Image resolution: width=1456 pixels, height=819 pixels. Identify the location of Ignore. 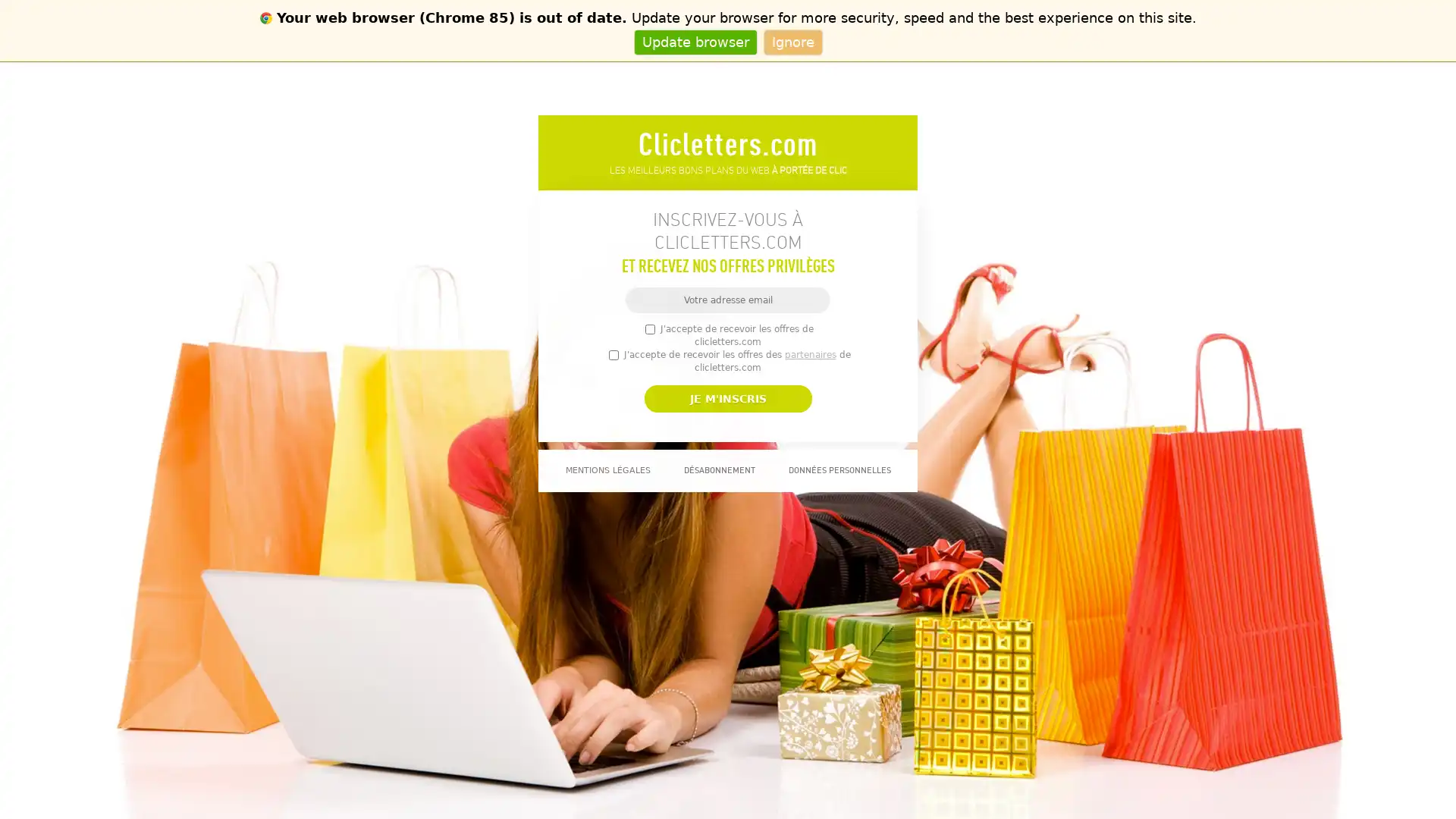
(792, 41).